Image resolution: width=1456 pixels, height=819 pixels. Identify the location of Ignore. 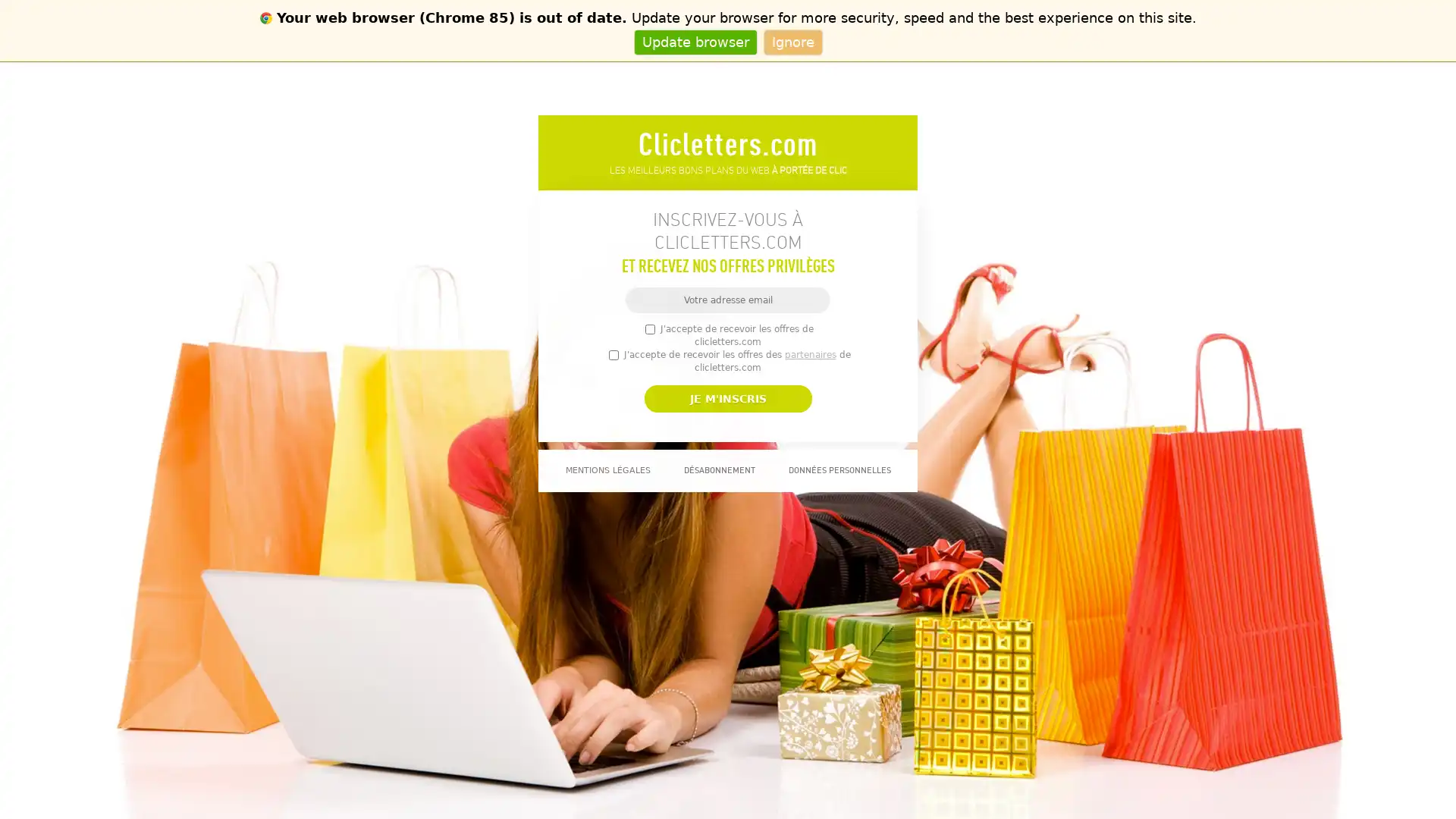
(792, 41).